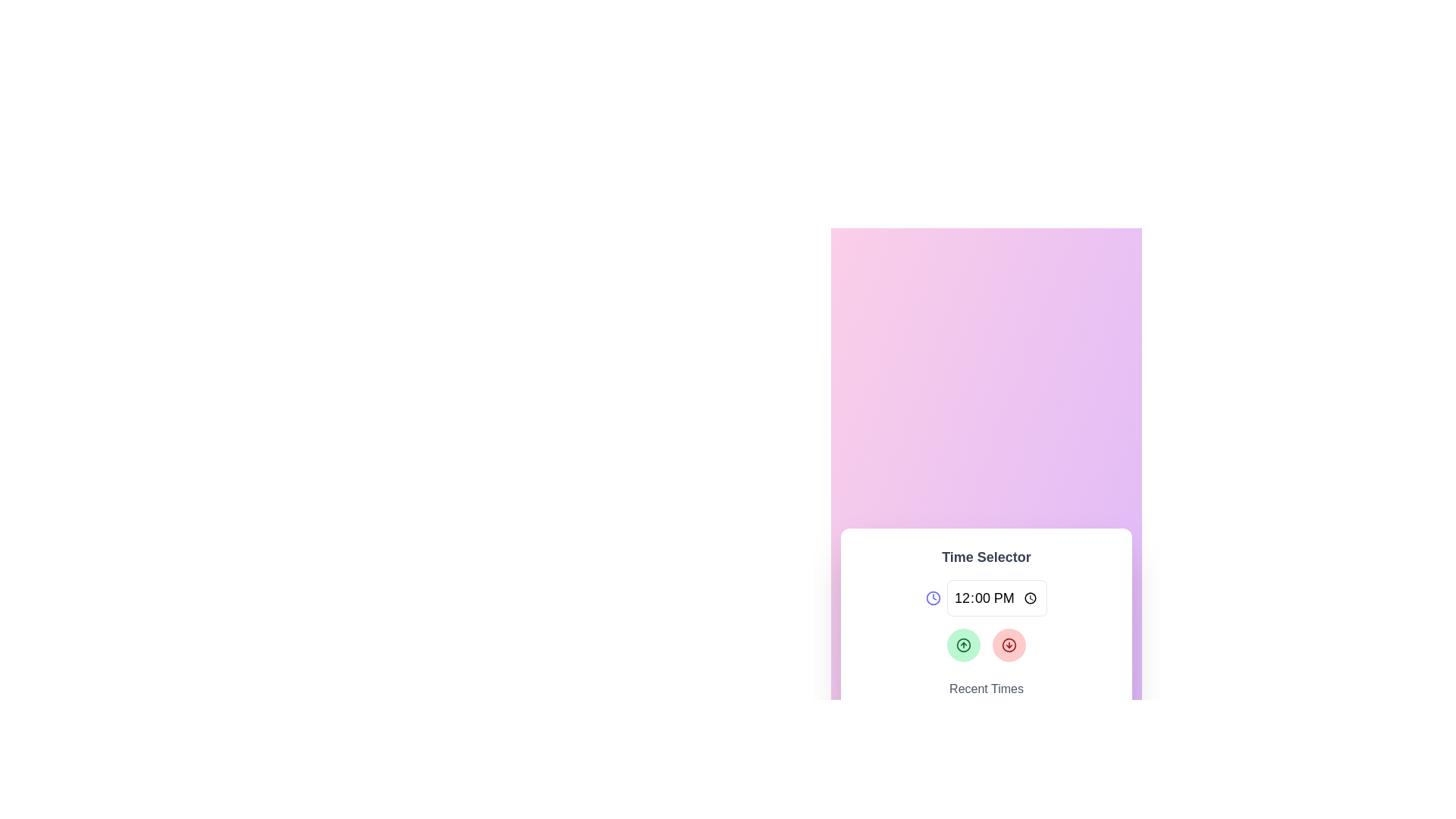 This screenshot has height=819, width=1456. What do you see at coordinates (997, 598) in the screenshot?
I see `the Time input field located within the 'Time Selector' panel` at bounding box center [997, 598].